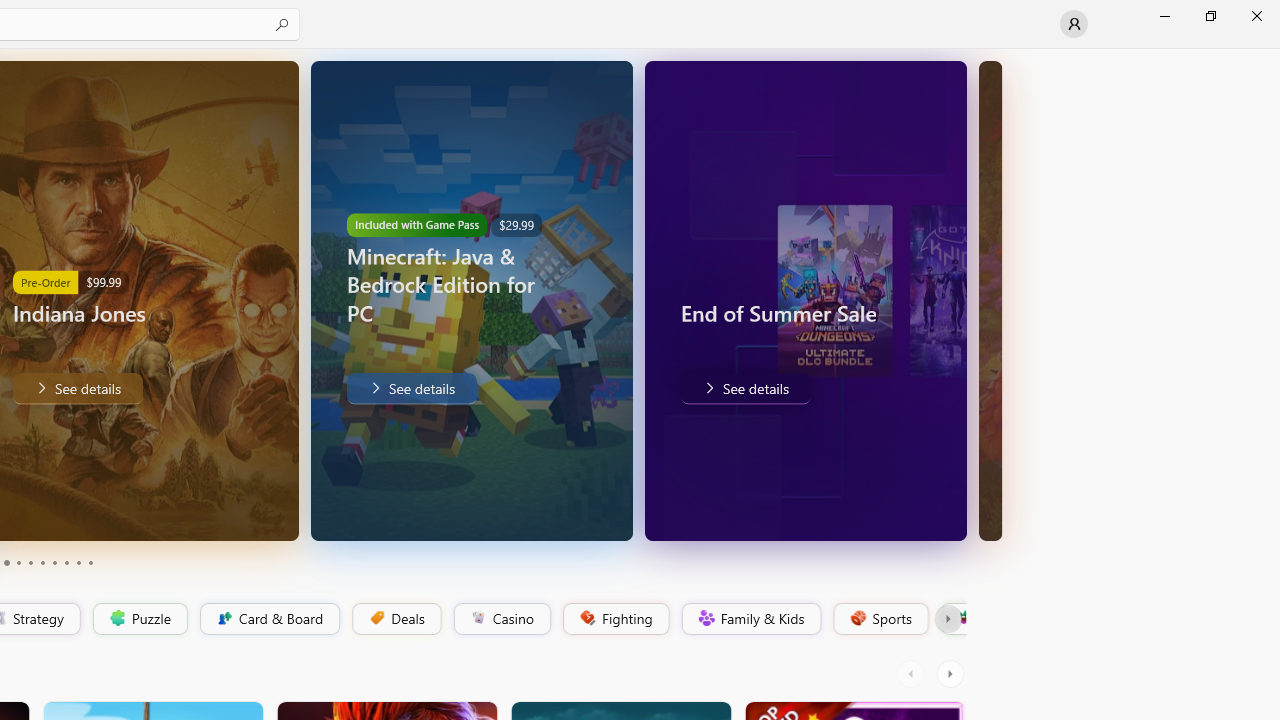 The height and width of the screenshot is (720, 1280). I want to click on 'AutomationID: LeftScrollButton', so click(912, 673).